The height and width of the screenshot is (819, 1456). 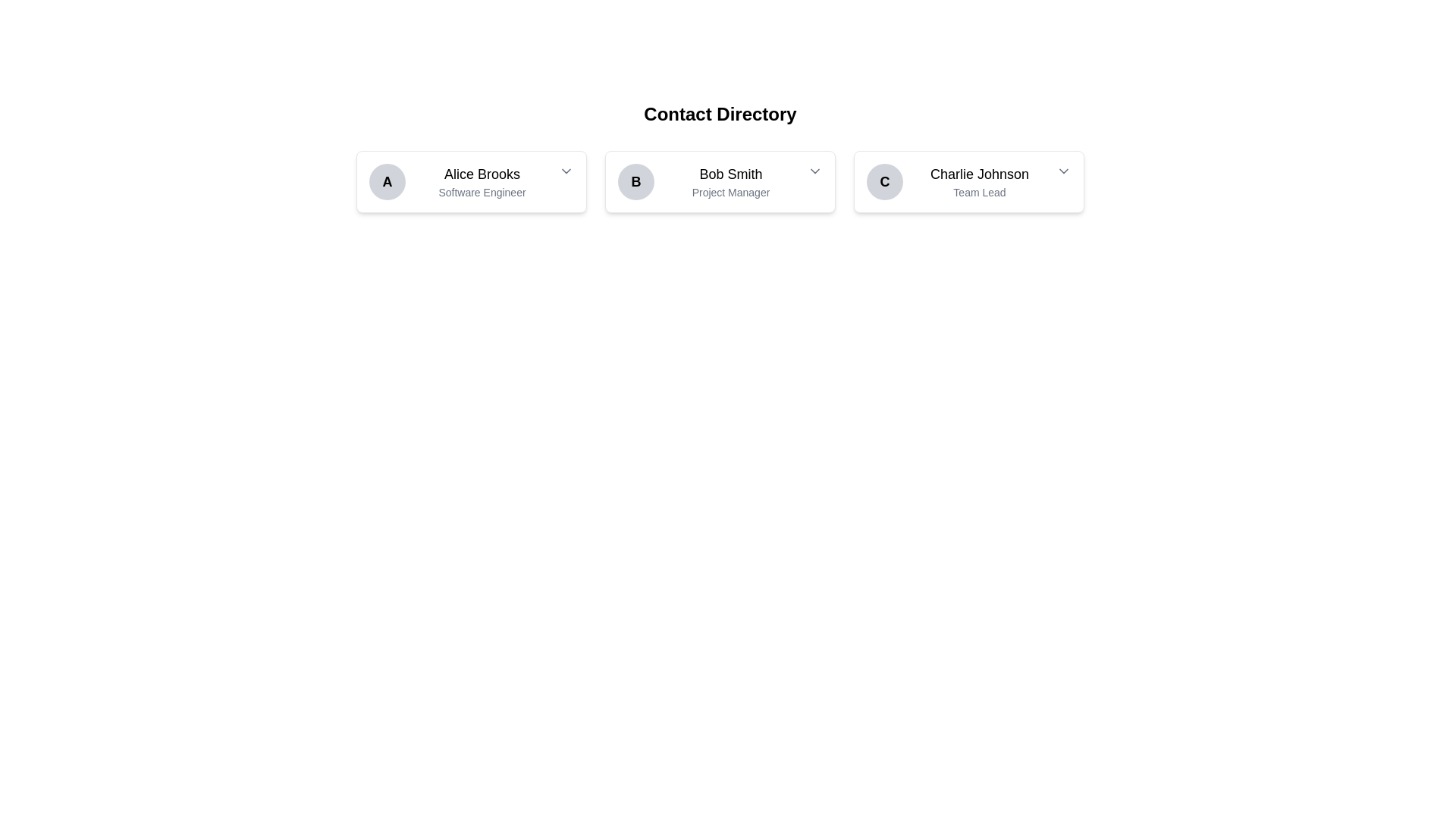 What do you see at coordinates (387, 180) in the screenshot?
I see `the circular avatar-like UI component with a gray background and a bold black letter 'A' in its center, which serves as an identifier for Alice Brooks, positioned at the left end of her card` at bounding box center [387, 180].